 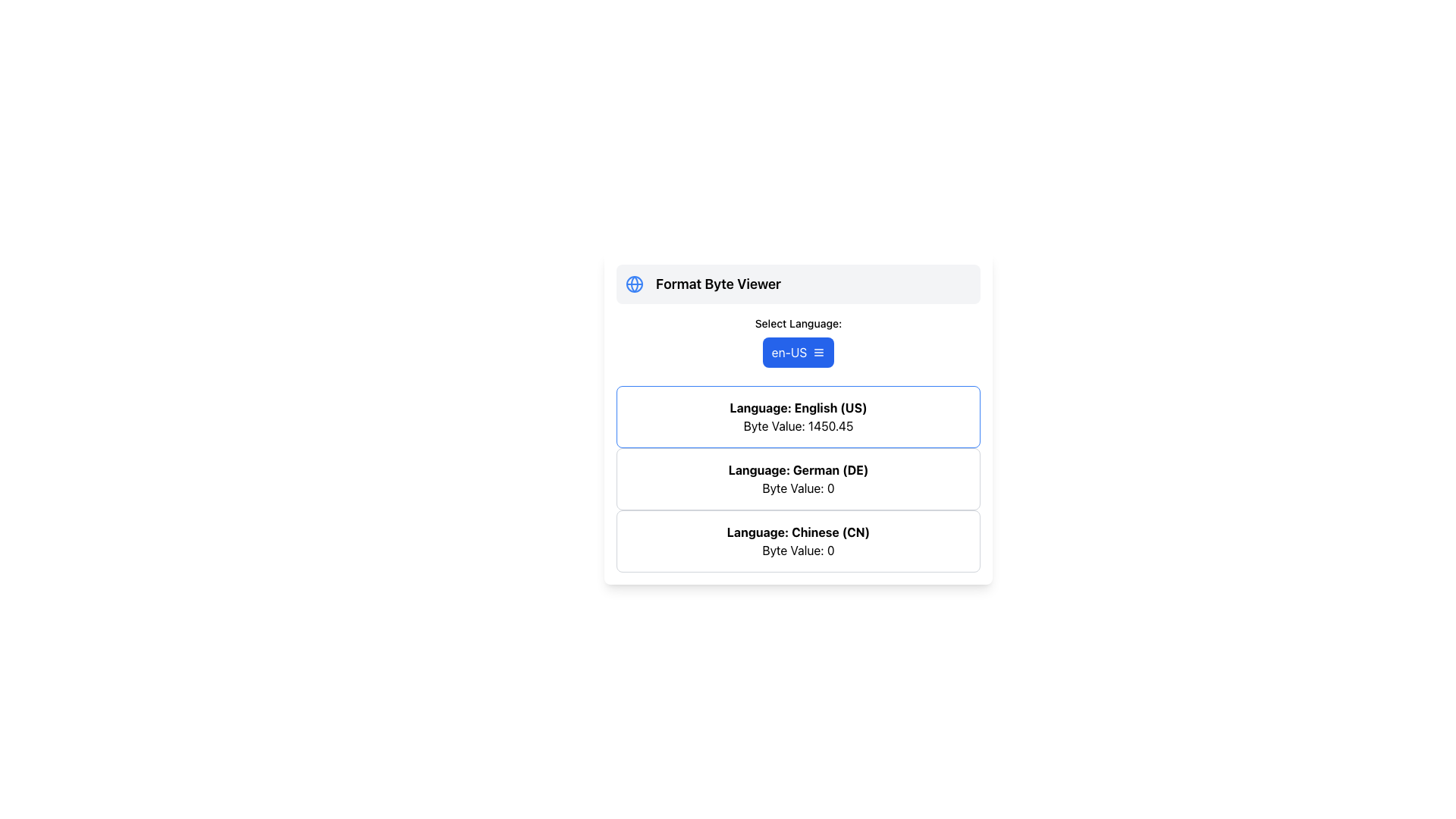 I want to click on the foremost circular SVG element that visually represents part of the globe icon, located in the top-middle section of the main interface, so click(x=634, y=284).